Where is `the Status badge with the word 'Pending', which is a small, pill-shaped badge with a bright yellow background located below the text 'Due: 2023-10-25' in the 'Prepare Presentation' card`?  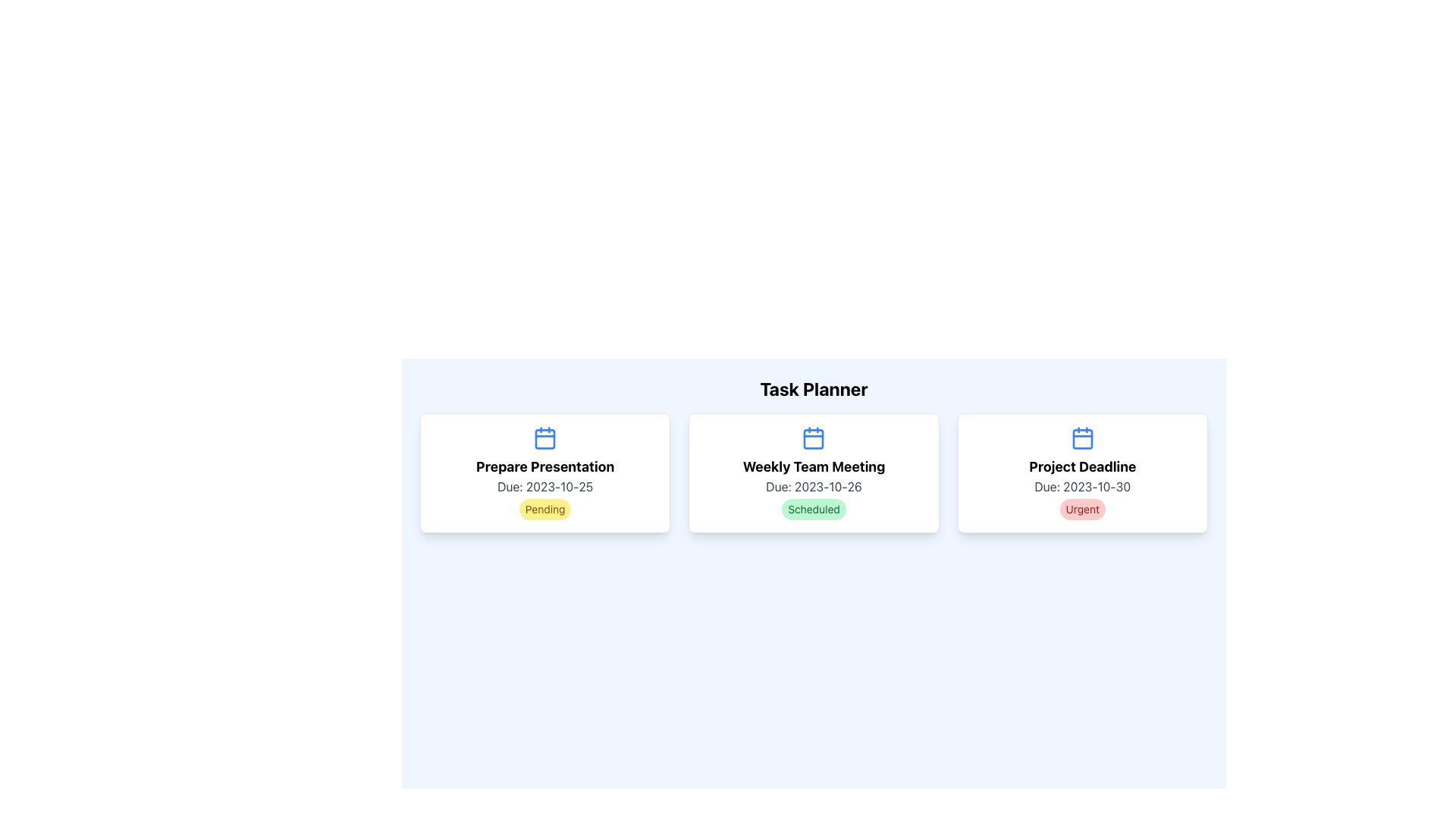 the Status badge with the word 'Pending', which is a small, pill-shaped badge with a bright yellow background located below the text 'Due: 2023-10-25' in the 'Prepare Presentation' card is located at coordinates (545, 509).